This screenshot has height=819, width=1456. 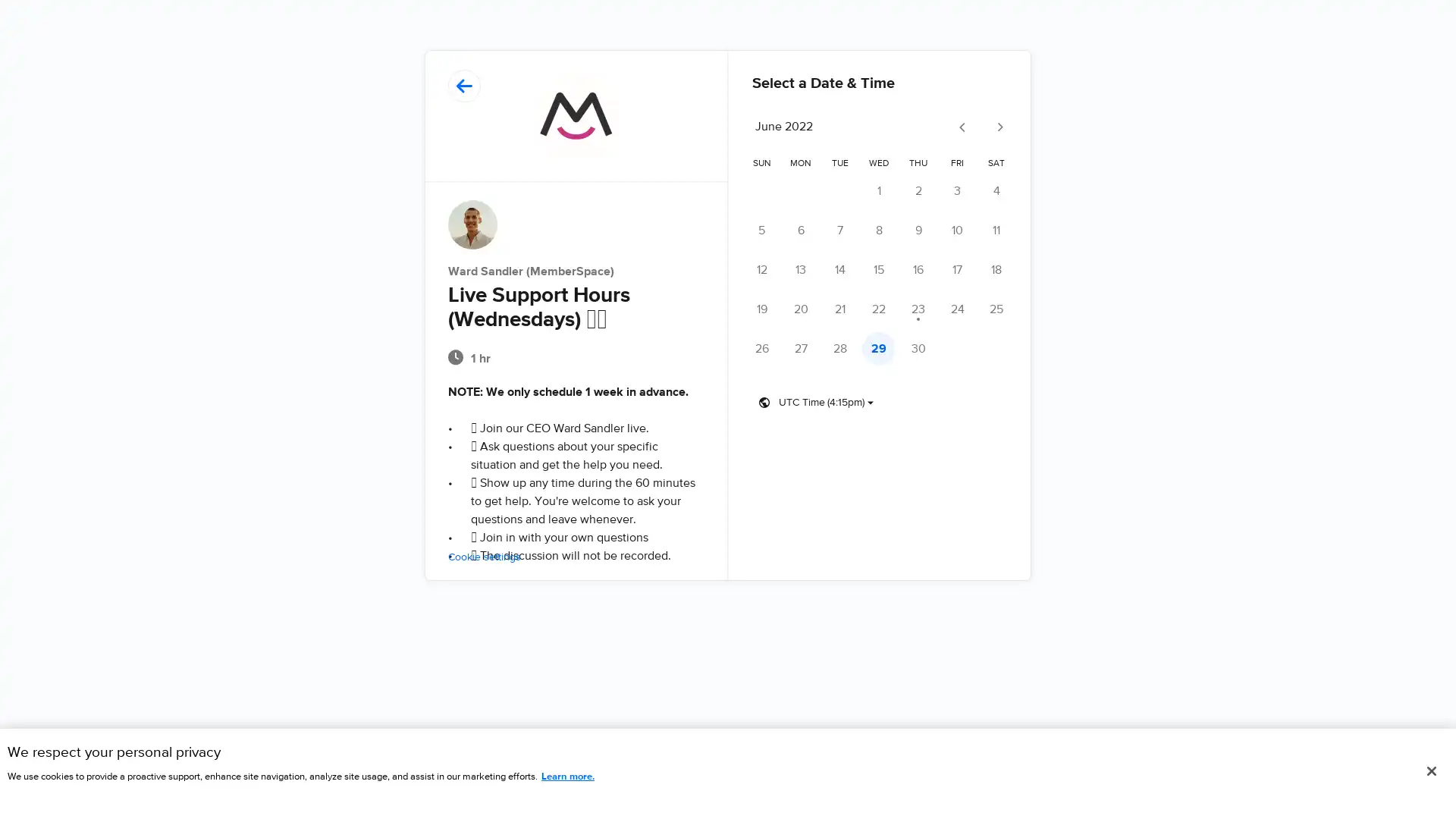 What do you see at coordinates (961, 127) in the screenshot?
I see `Go to previous month` at bounding box center [961, 127].